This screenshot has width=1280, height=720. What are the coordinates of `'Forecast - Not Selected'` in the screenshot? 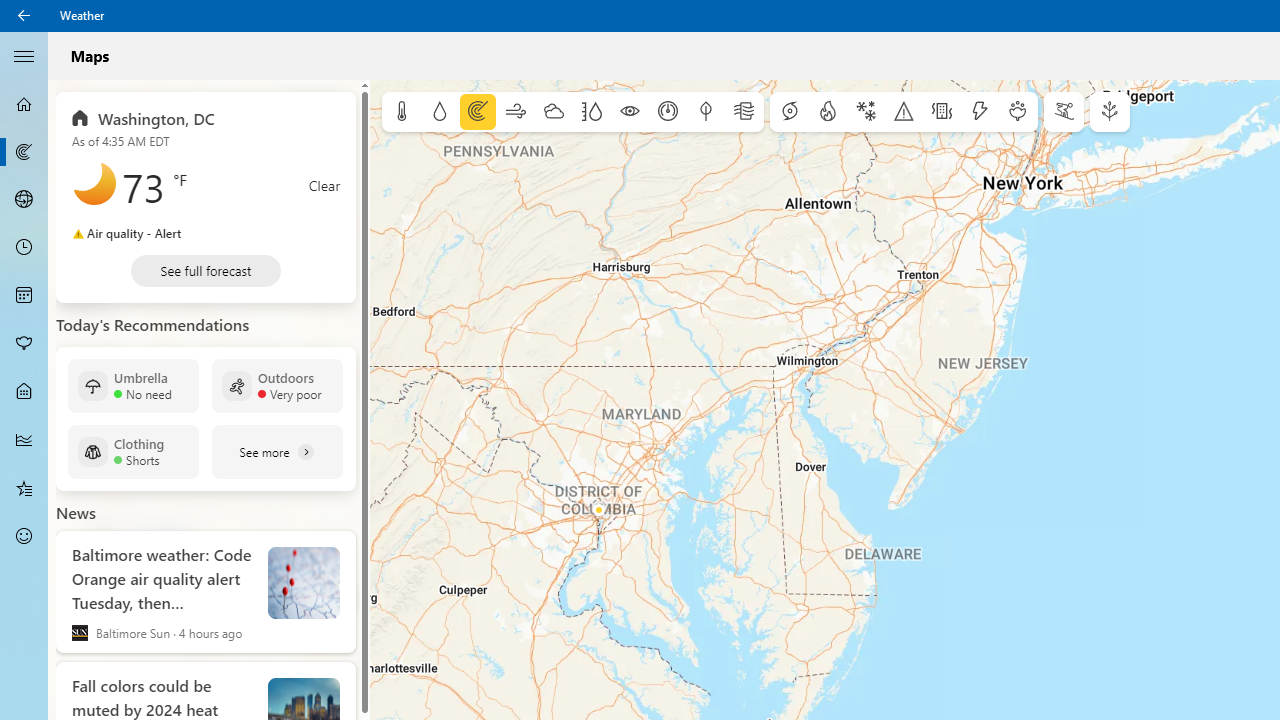 It's located at (24, 104).